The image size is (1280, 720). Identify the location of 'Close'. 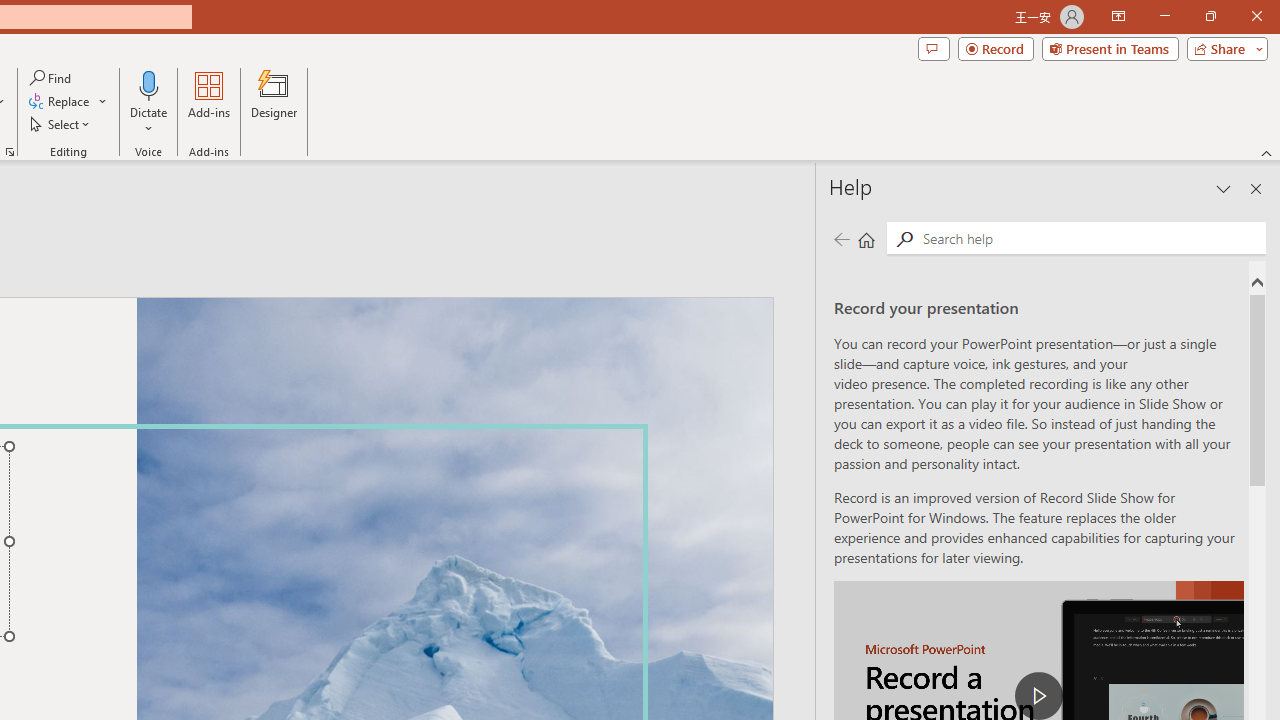
(1255, 16).